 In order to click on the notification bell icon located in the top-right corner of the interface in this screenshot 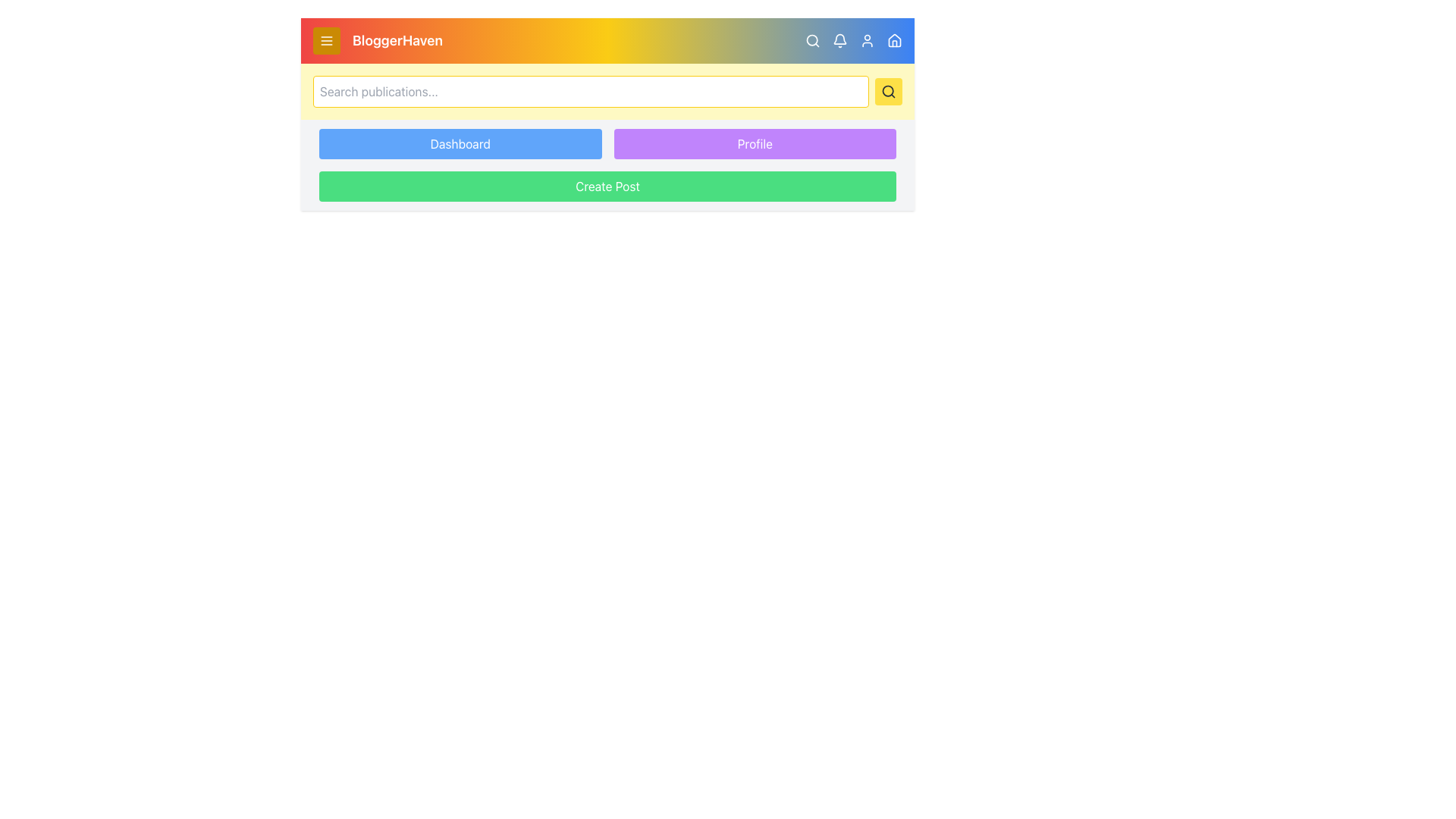, I will do `click(854, 40)`.